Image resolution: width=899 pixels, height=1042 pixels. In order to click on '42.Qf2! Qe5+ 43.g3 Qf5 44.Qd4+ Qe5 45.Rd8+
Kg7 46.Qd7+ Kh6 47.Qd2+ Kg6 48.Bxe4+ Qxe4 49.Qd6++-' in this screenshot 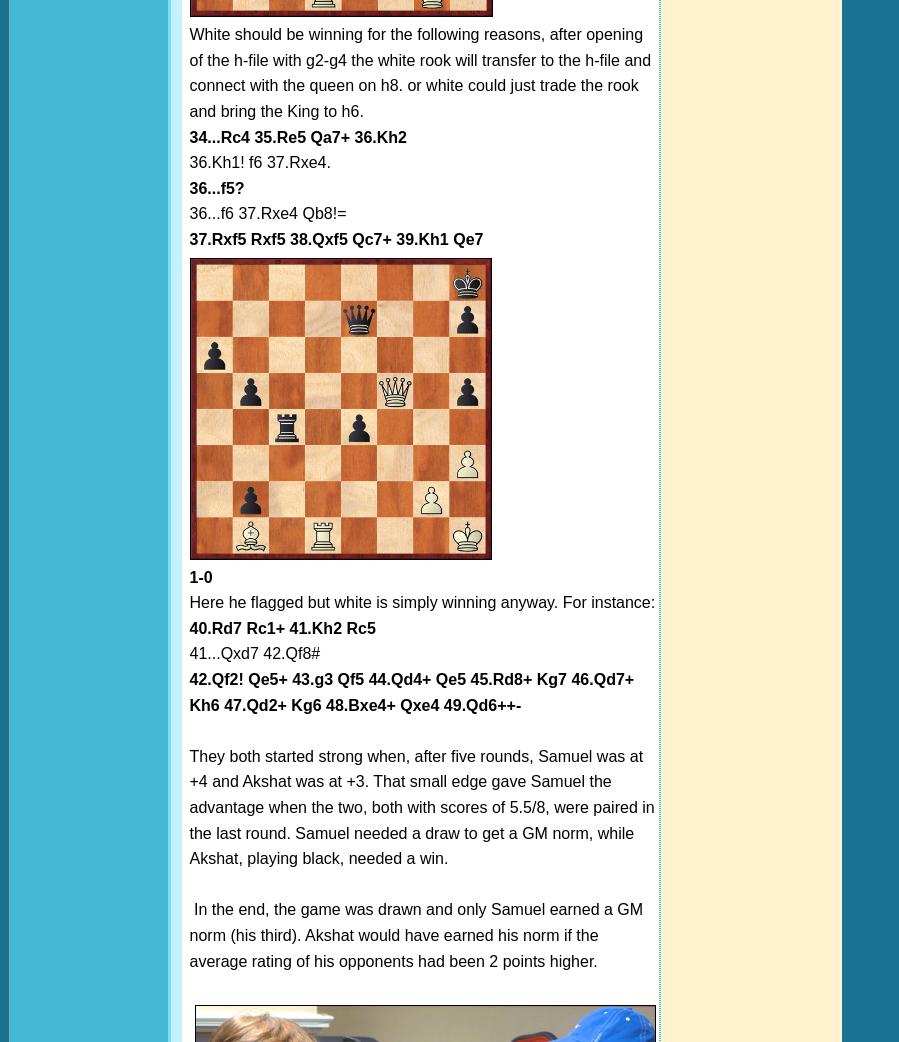, I will do `click(410, 691)`.